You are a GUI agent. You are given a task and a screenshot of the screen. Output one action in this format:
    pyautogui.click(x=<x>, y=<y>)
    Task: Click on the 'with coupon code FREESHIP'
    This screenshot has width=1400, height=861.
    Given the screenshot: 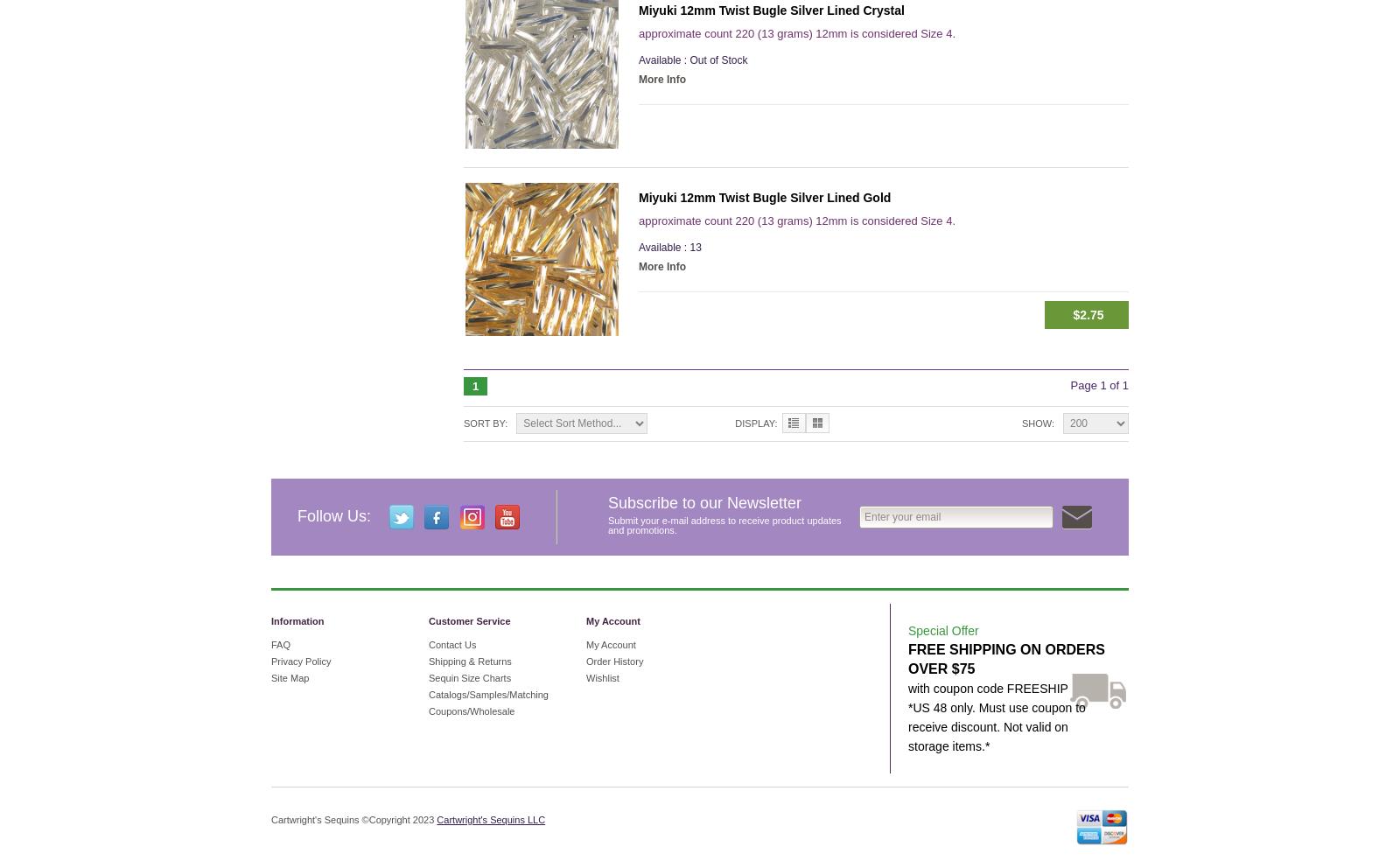 What is the action you would take?
    pyautogui.click(x=987, y=688)
    